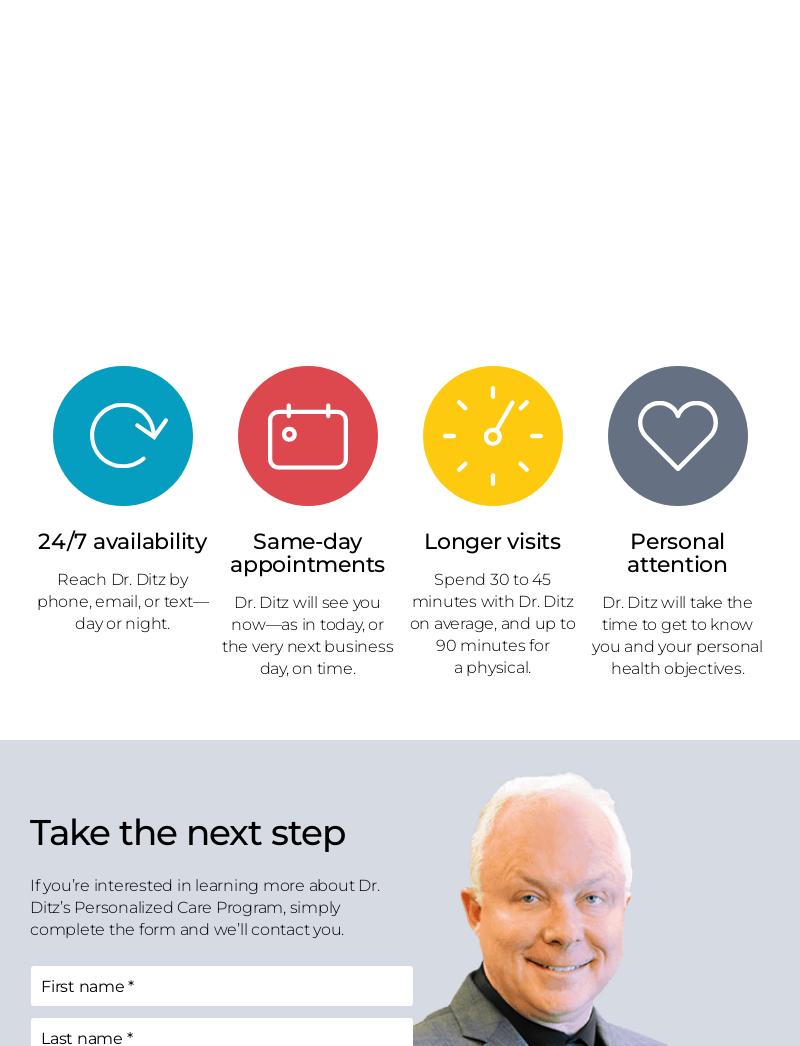 Image resolution: width=800 pixels, height=1046 pixels. I want to click on 'Dr. Ditz will see you now—as in today, or the very next business day, on time.', so click(306, 633).